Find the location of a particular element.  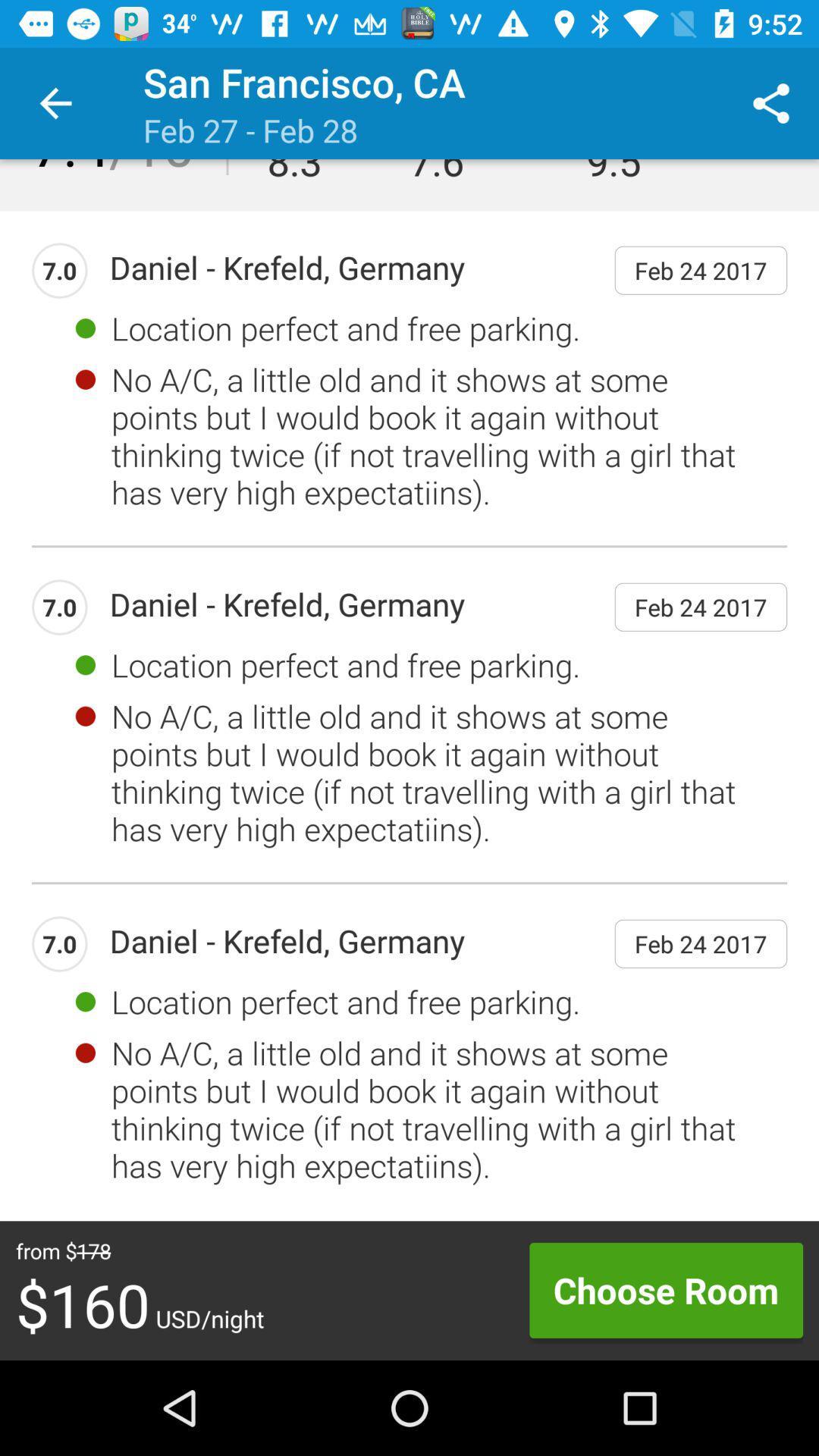

item below no a c icon is located at coordinates (665, 1289).